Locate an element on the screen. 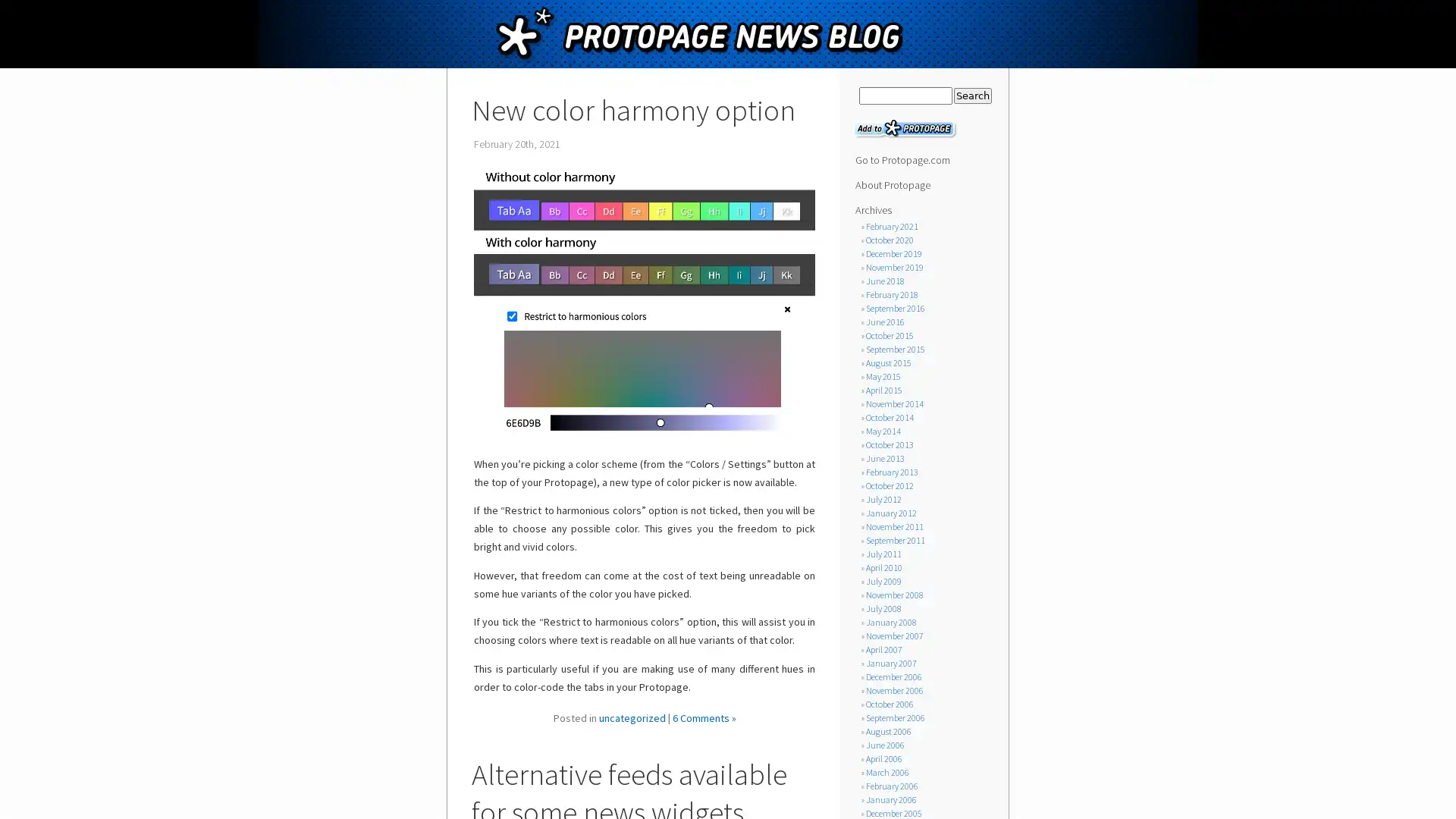 The height and width of the screenshot is (819, 1456). Search is located at coordinates (971, 96).